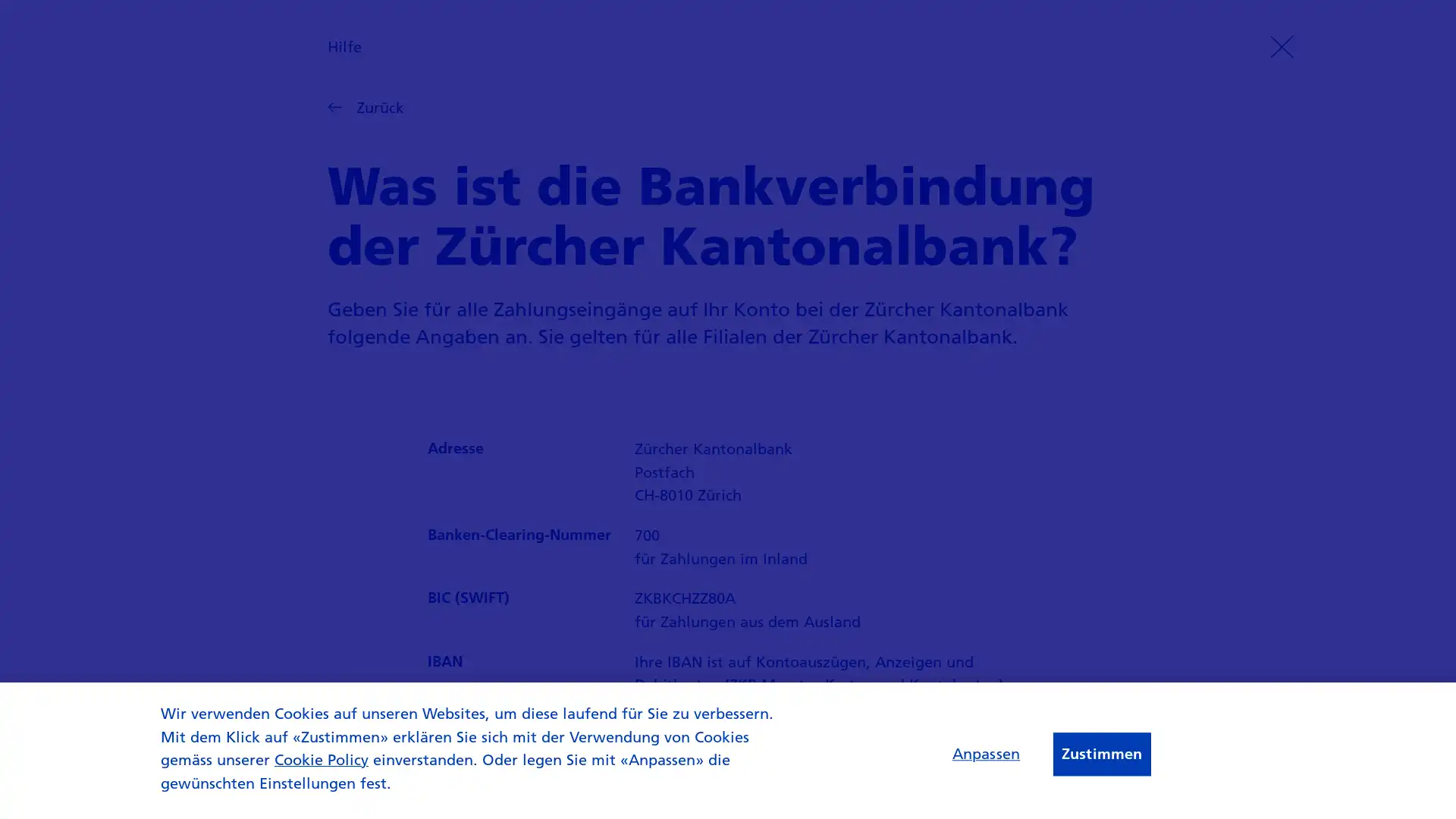  I want to click on Zustimmen, so click(1101, 754).